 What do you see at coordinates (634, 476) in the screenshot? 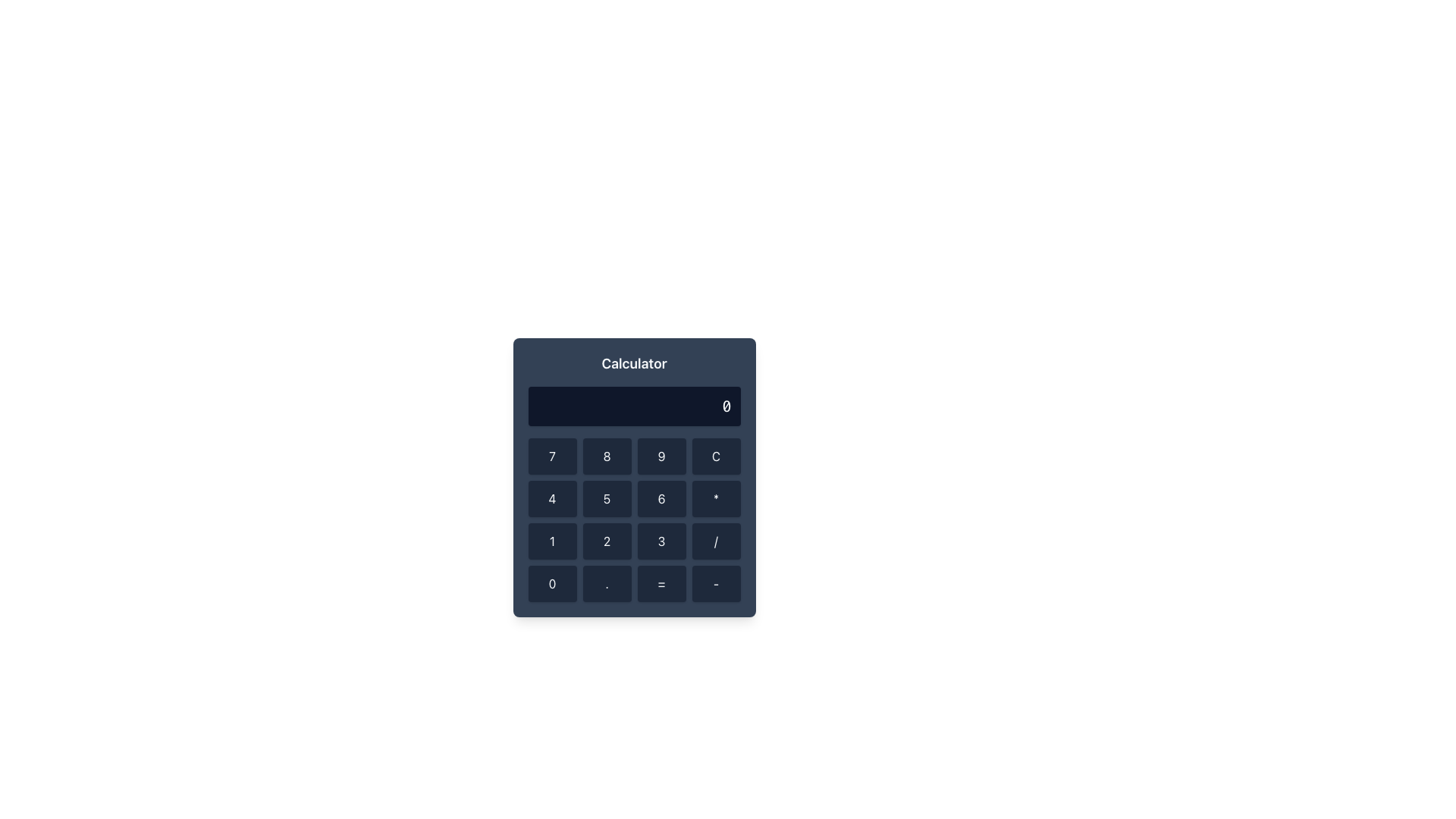
I see `the button on the Interactive Calculator Interface to receive visual feedback` at bounding box center [634, 476].